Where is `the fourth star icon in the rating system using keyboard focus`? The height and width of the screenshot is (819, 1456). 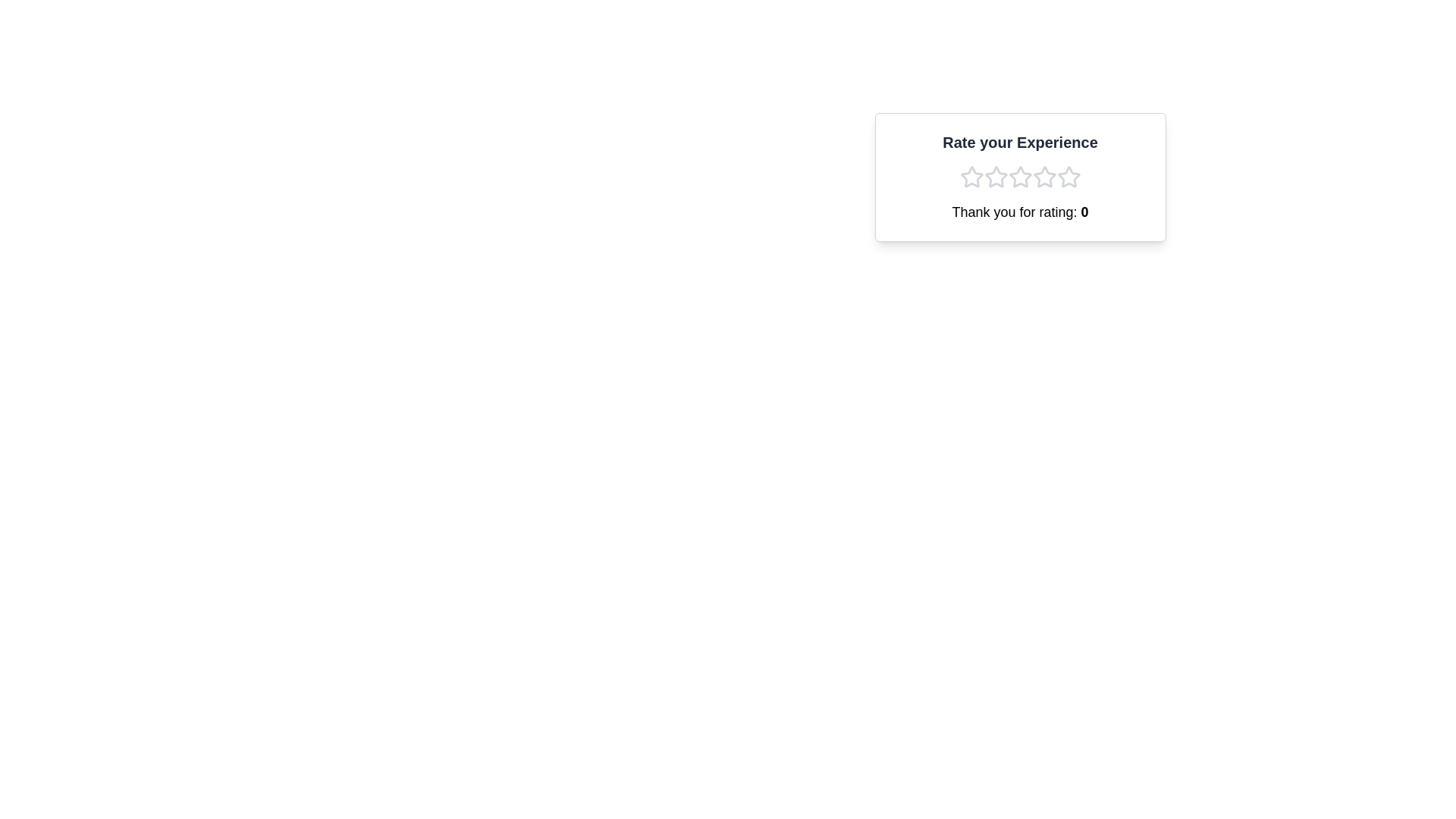
the fourth star icon in the rating system using keyboard focus is located at coordinates (1043, 177).